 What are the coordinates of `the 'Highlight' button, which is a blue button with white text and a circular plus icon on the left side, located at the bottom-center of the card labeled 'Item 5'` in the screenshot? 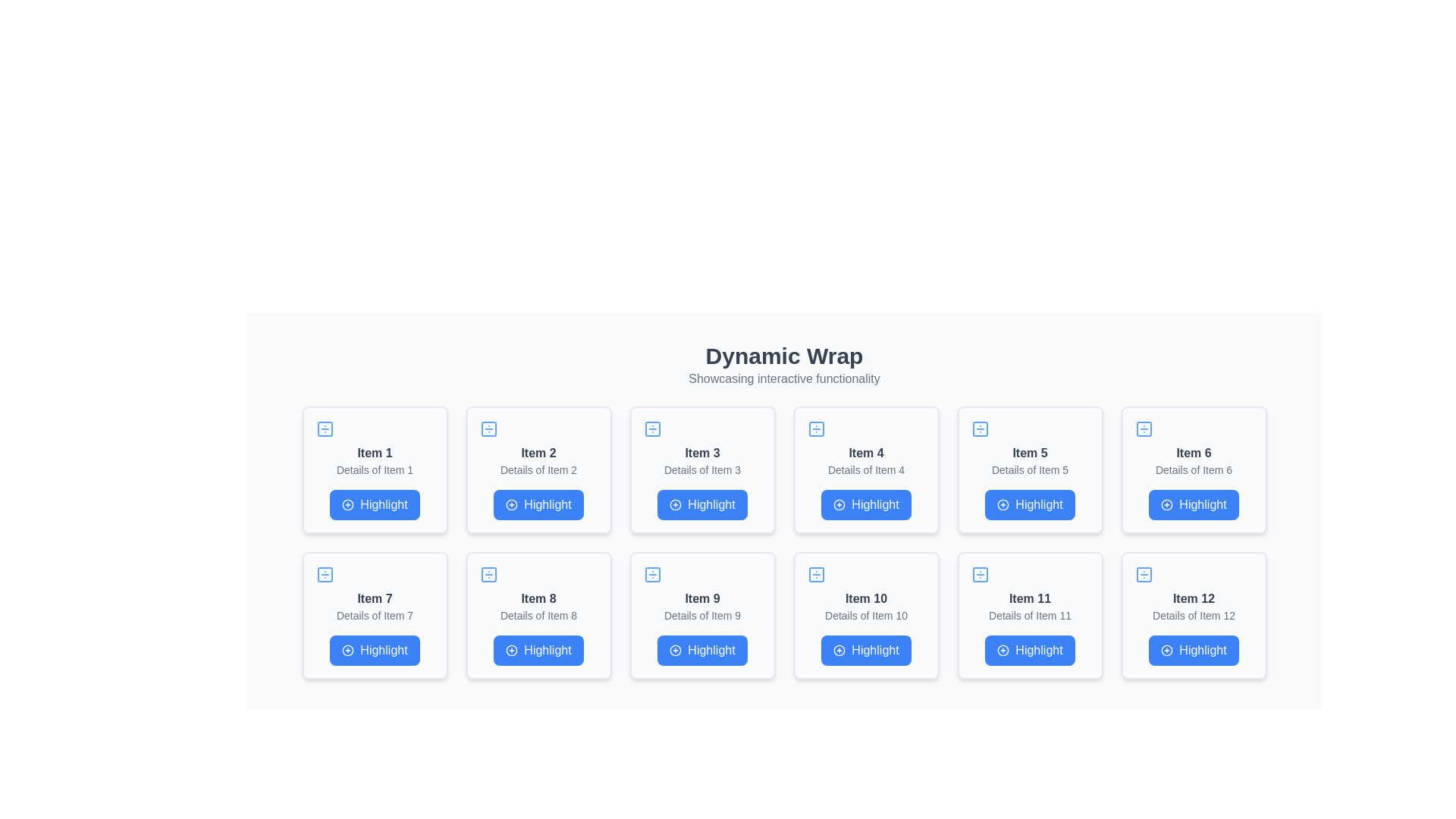 It's located at (1030, 505).